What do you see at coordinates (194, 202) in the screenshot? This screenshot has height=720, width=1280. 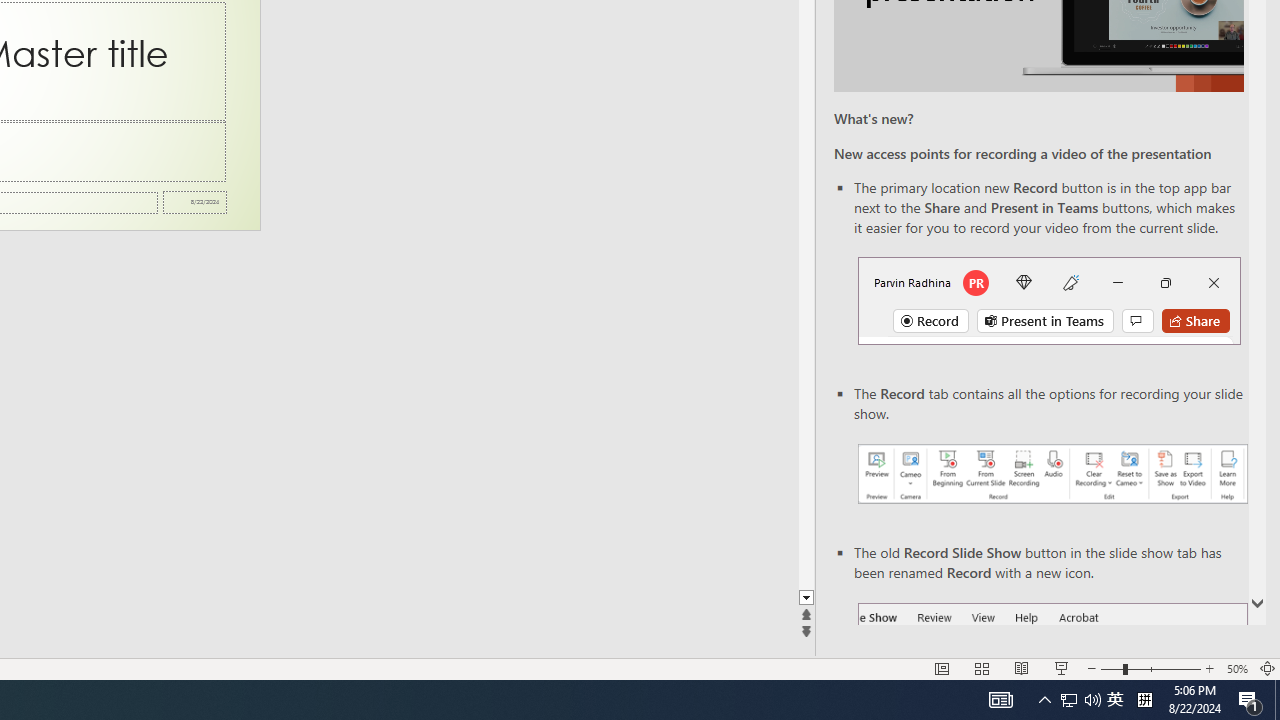 I see `'Date'` at bounding box center [194, 202].